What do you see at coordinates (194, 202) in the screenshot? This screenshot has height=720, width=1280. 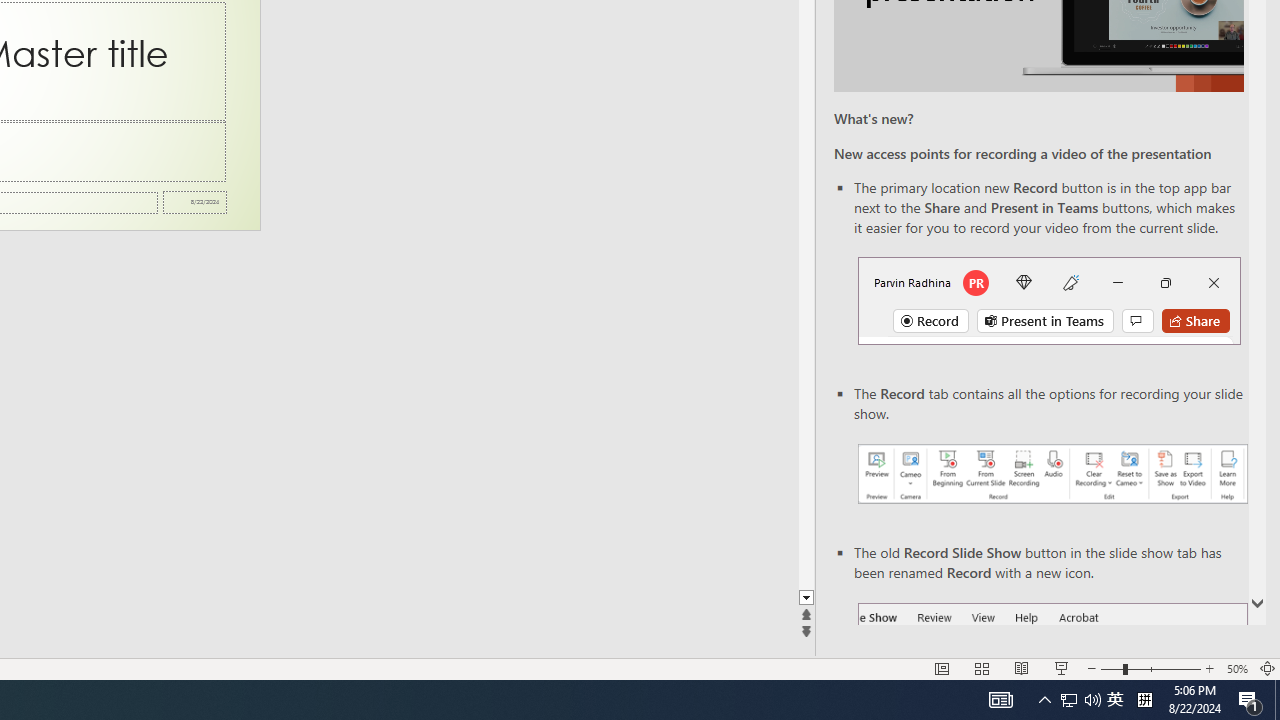 I see `'Date'` at bounding box center [194, 202].